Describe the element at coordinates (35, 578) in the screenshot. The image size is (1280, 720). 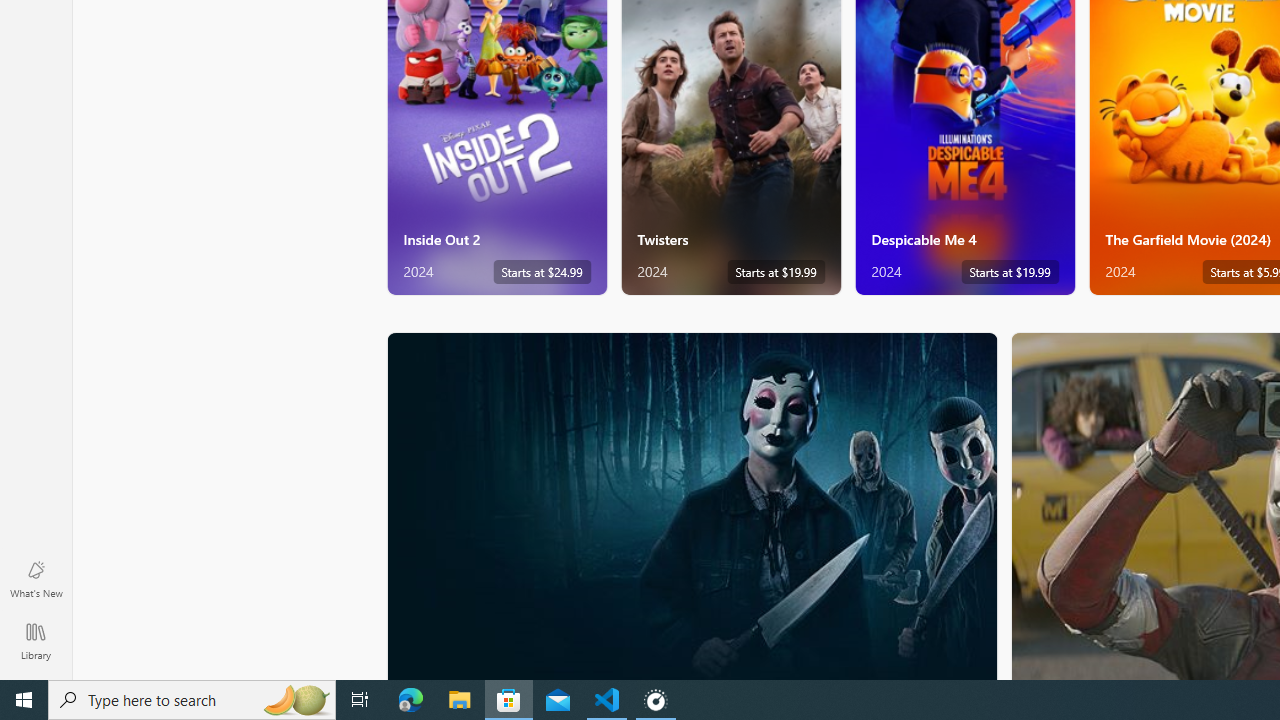
I see `'What'` at that location.